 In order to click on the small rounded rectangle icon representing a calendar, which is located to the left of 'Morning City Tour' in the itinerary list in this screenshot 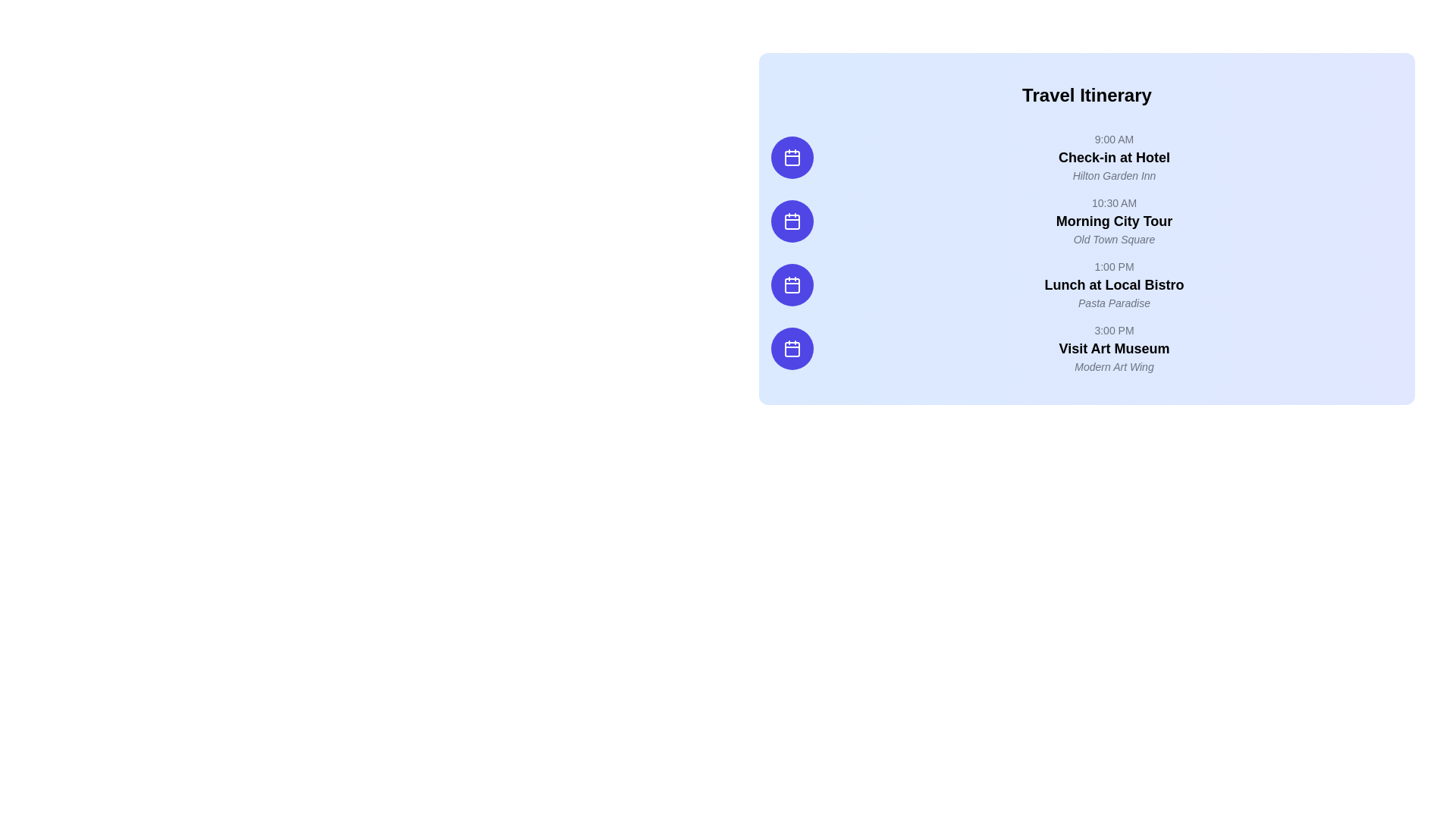, I will do `click(792, 222)`.